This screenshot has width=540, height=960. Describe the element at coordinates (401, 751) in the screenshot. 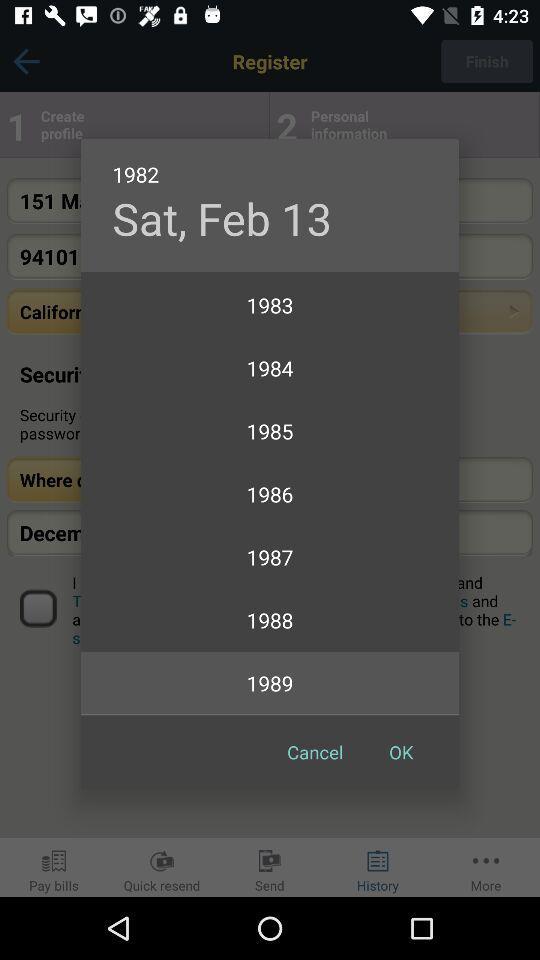

I see `ok at the bottom right corner` at that location.